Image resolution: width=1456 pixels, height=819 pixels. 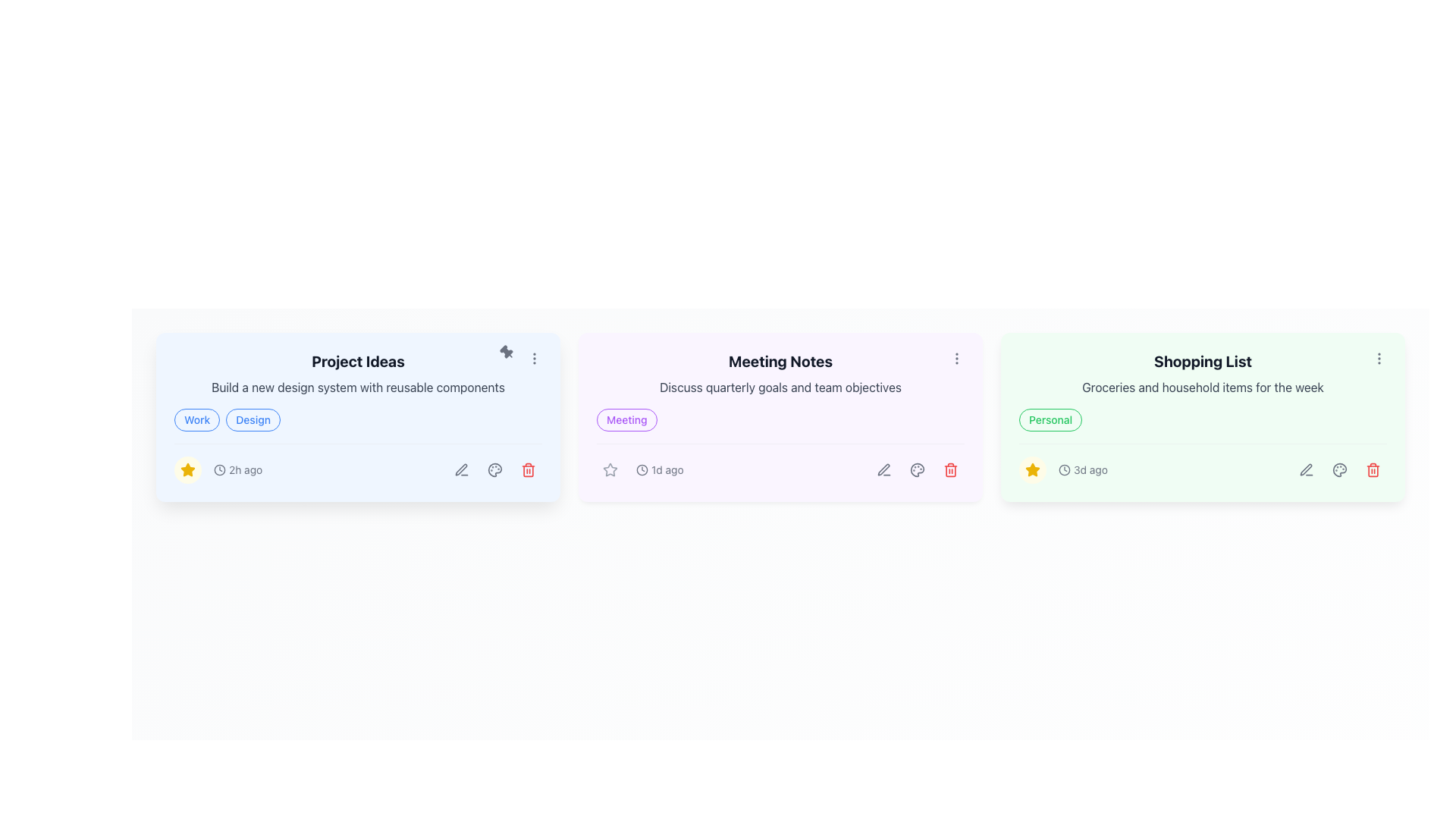 What do you see at coordinates (956, 359) in the screenshot?
I see `the action icon in the top-right of the 'Meeting Notes' card` at bounding box center [956, 359].